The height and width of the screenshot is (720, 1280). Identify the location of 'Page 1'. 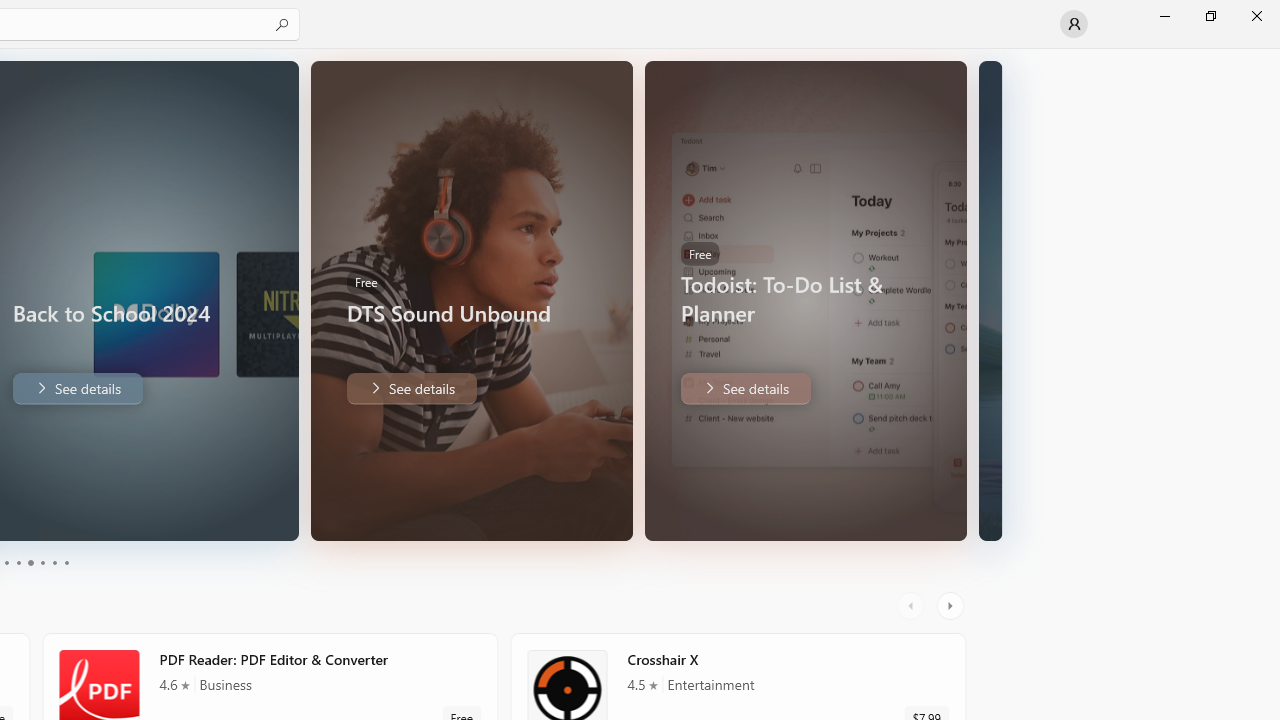
(5, 563).